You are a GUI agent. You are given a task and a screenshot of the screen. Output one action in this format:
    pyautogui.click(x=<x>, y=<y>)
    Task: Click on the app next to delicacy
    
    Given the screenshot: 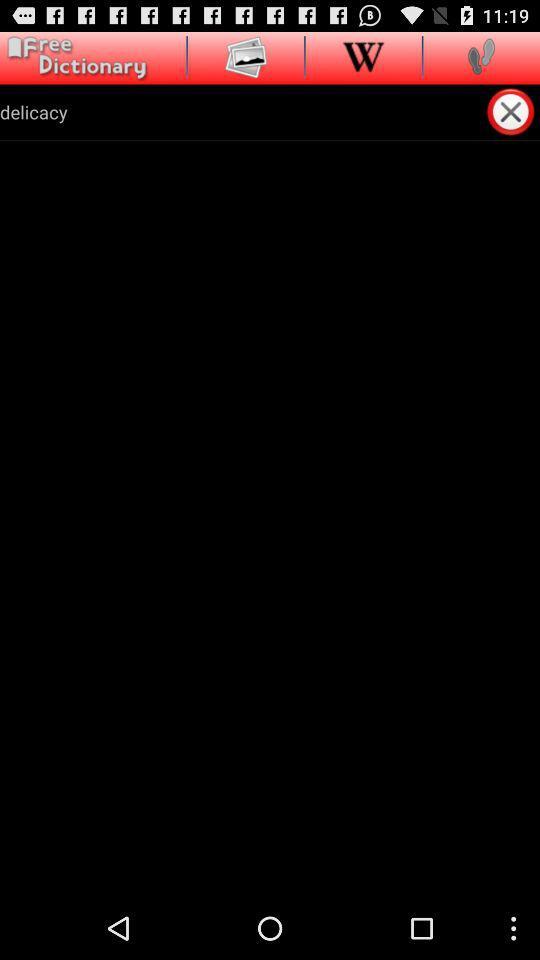 What is the action you would take?
    pyautogui.click(x=512, y=111)
    